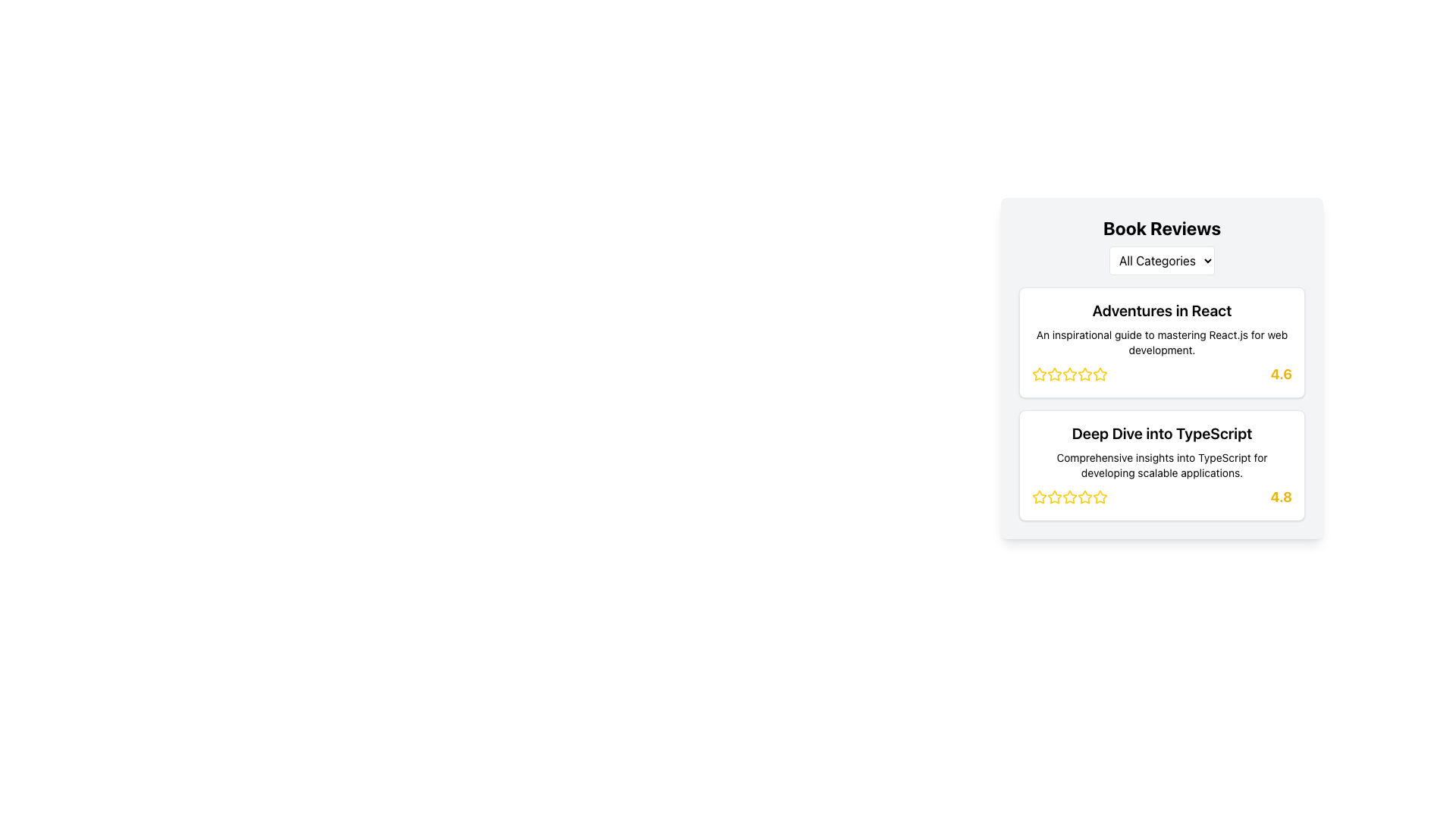 The height and width of the screenshot is (819, 1456). I want to click on the yellow star icon with a hollow center and bold outline in the rating section of the second book review card below the title 'Deep Dive into TypeScript', so click(1039, 497).